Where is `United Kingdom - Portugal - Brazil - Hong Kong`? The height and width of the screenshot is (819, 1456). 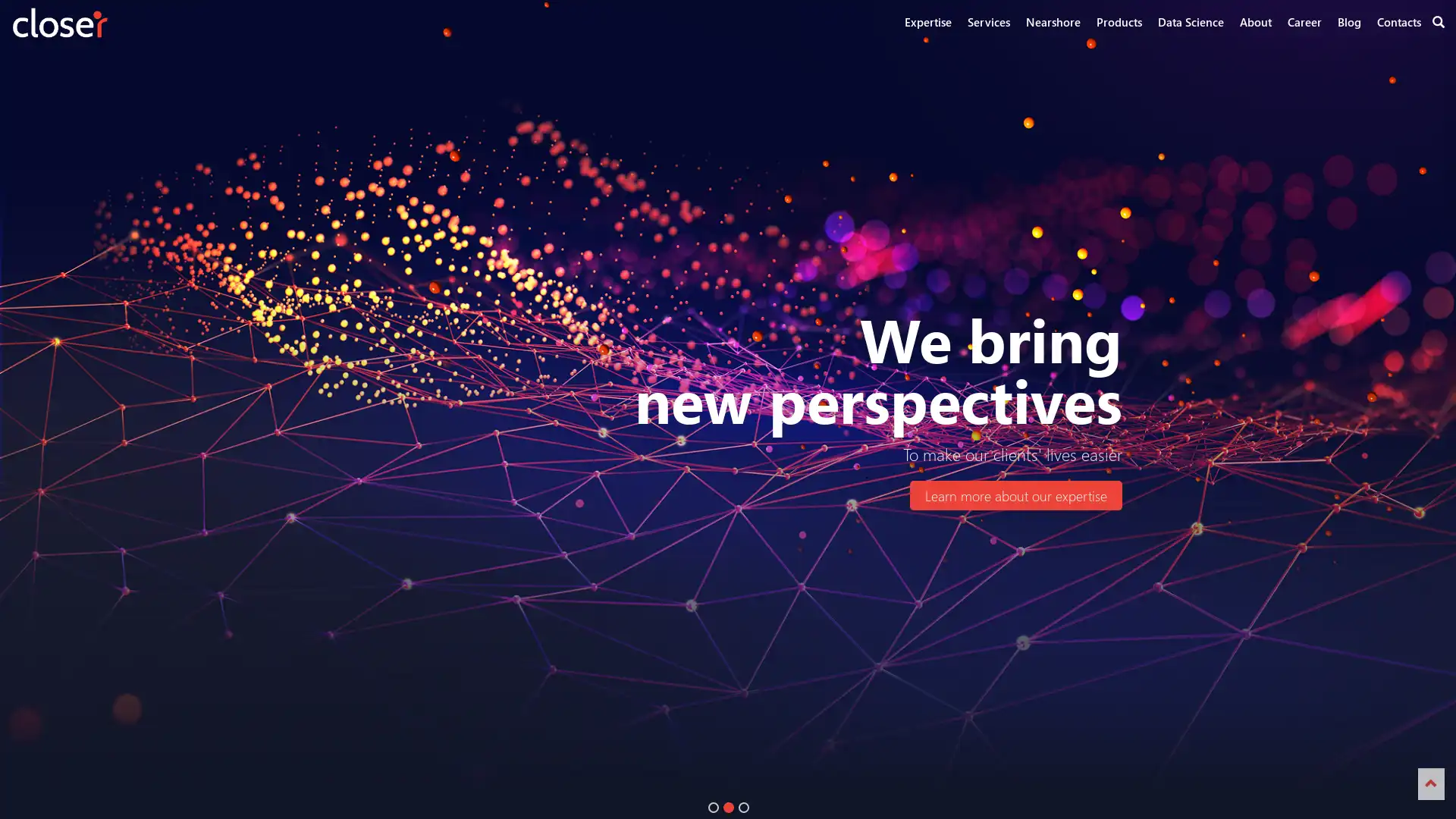 United Kingdom - Portugal - Brazil - Hong Kong is located at coordinates (475, 495).